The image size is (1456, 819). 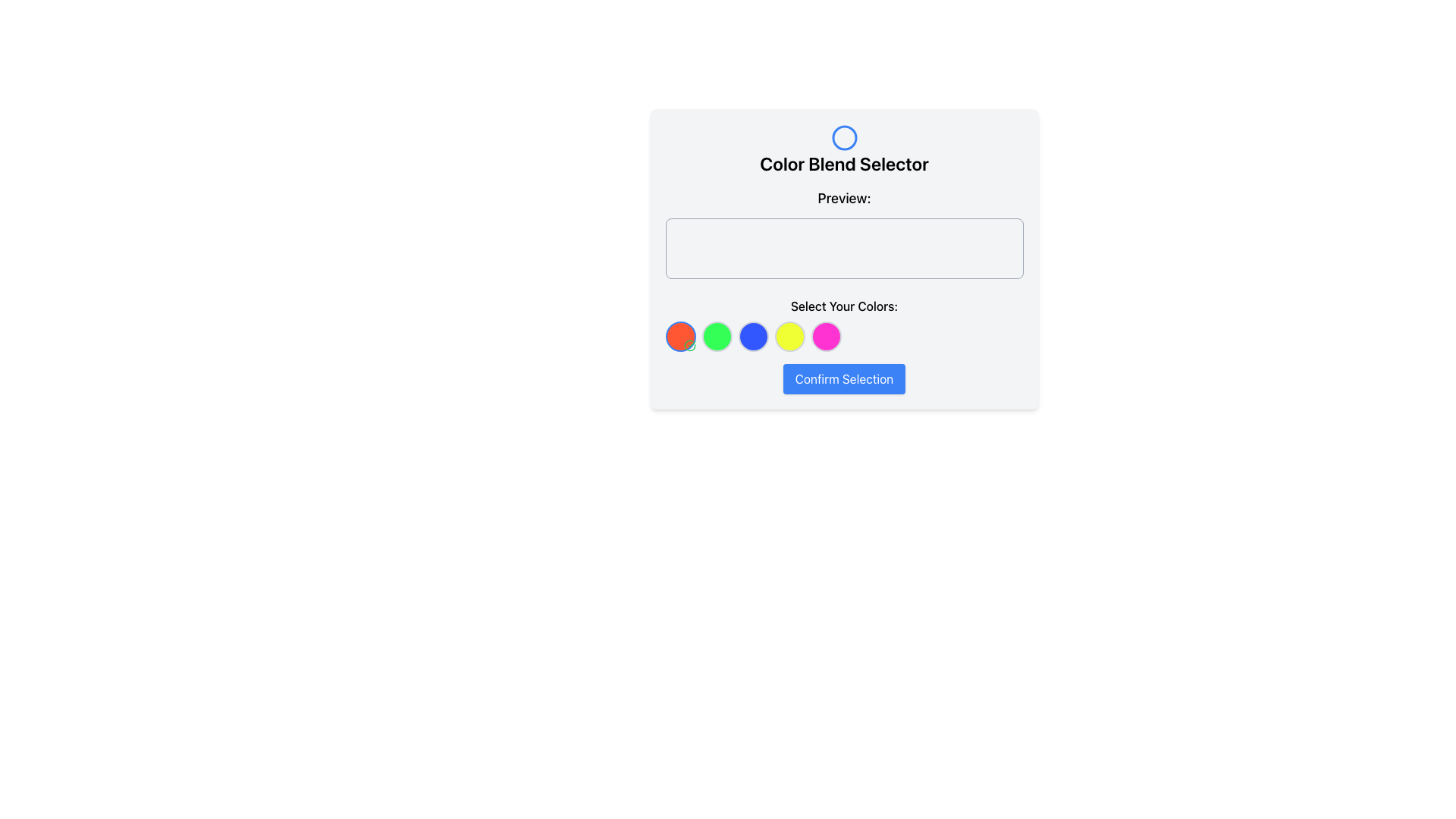 What do you see at coordinates (843, 378) in the screenshot?
I see `the rectangular button with a blue background and white text that reads 'Confirm Selection' to confirm the selection` at bounding box center [843, 378].